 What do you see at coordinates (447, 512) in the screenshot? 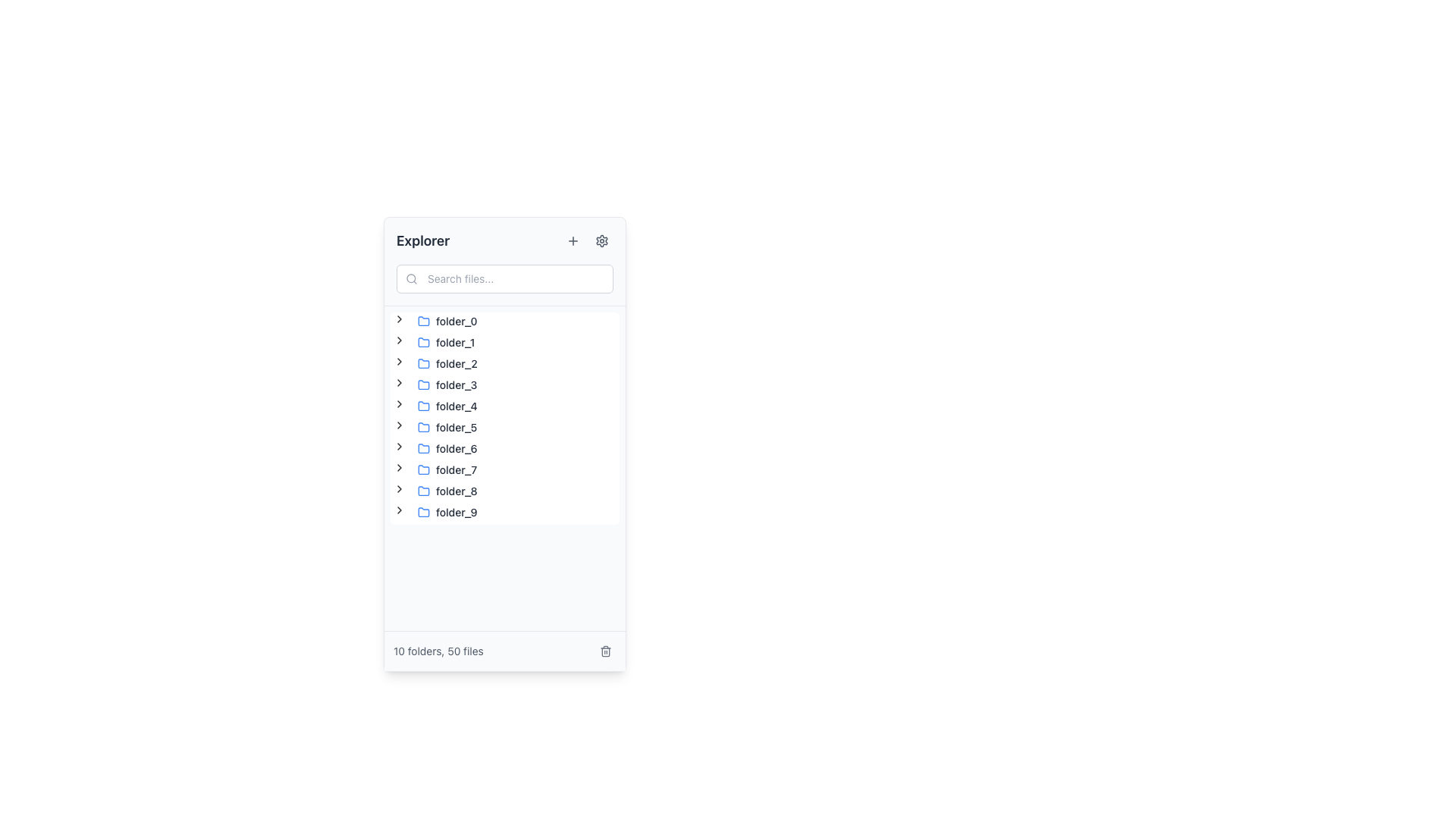
I see `the Tree item representing 'folder_9'` at bounding box center [447, 512].